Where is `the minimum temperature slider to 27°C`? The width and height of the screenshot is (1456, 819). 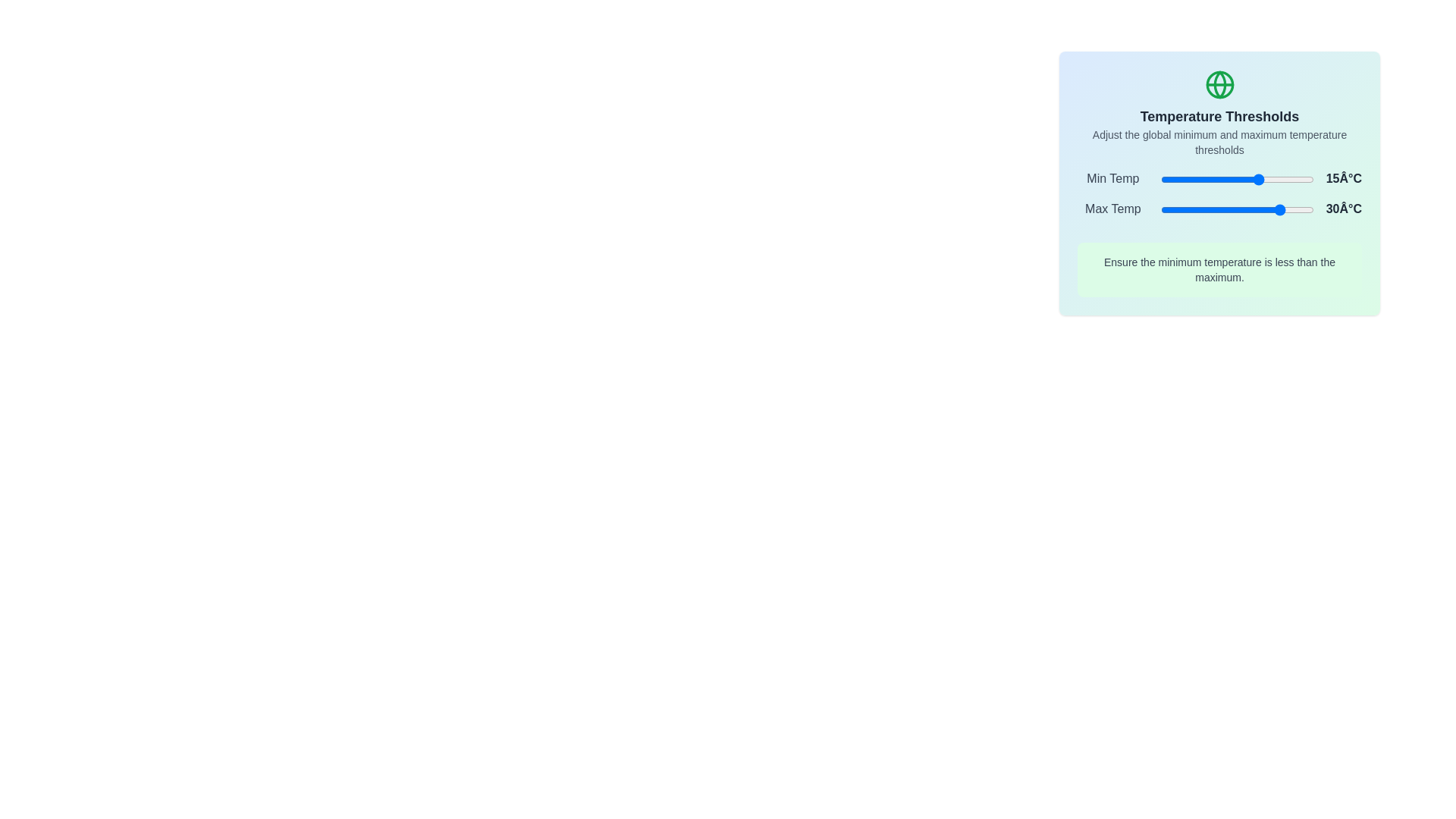
the minimum temperature slider to 27°C is located at coordinates (1278, 178).